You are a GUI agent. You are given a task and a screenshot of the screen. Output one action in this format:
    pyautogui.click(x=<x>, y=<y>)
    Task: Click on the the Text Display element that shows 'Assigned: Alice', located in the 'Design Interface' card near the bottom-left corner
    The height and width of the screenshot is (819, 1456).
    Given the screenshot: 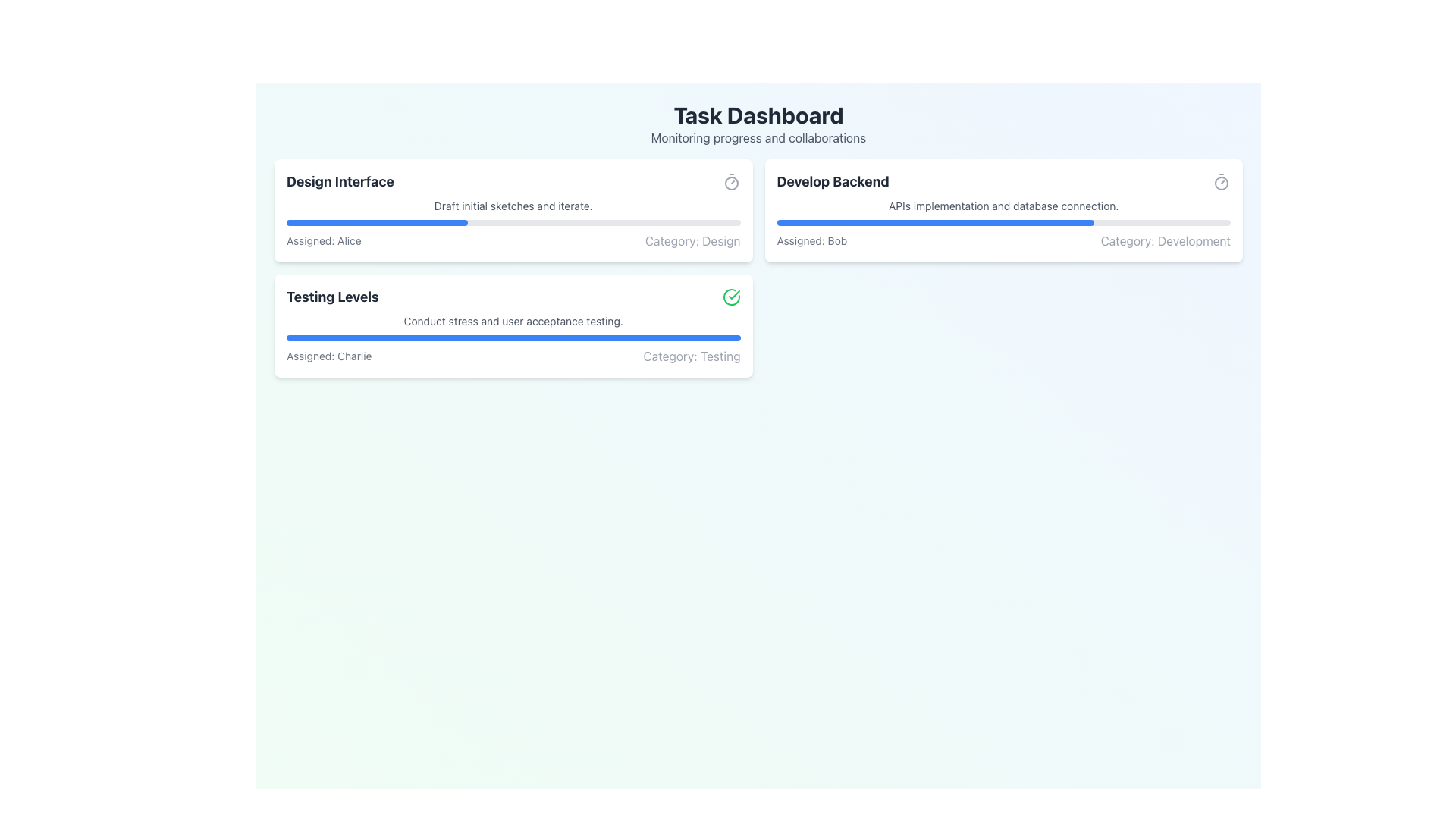 What is the action you would take?
    pyautogui.click(x=323, y=240)
    